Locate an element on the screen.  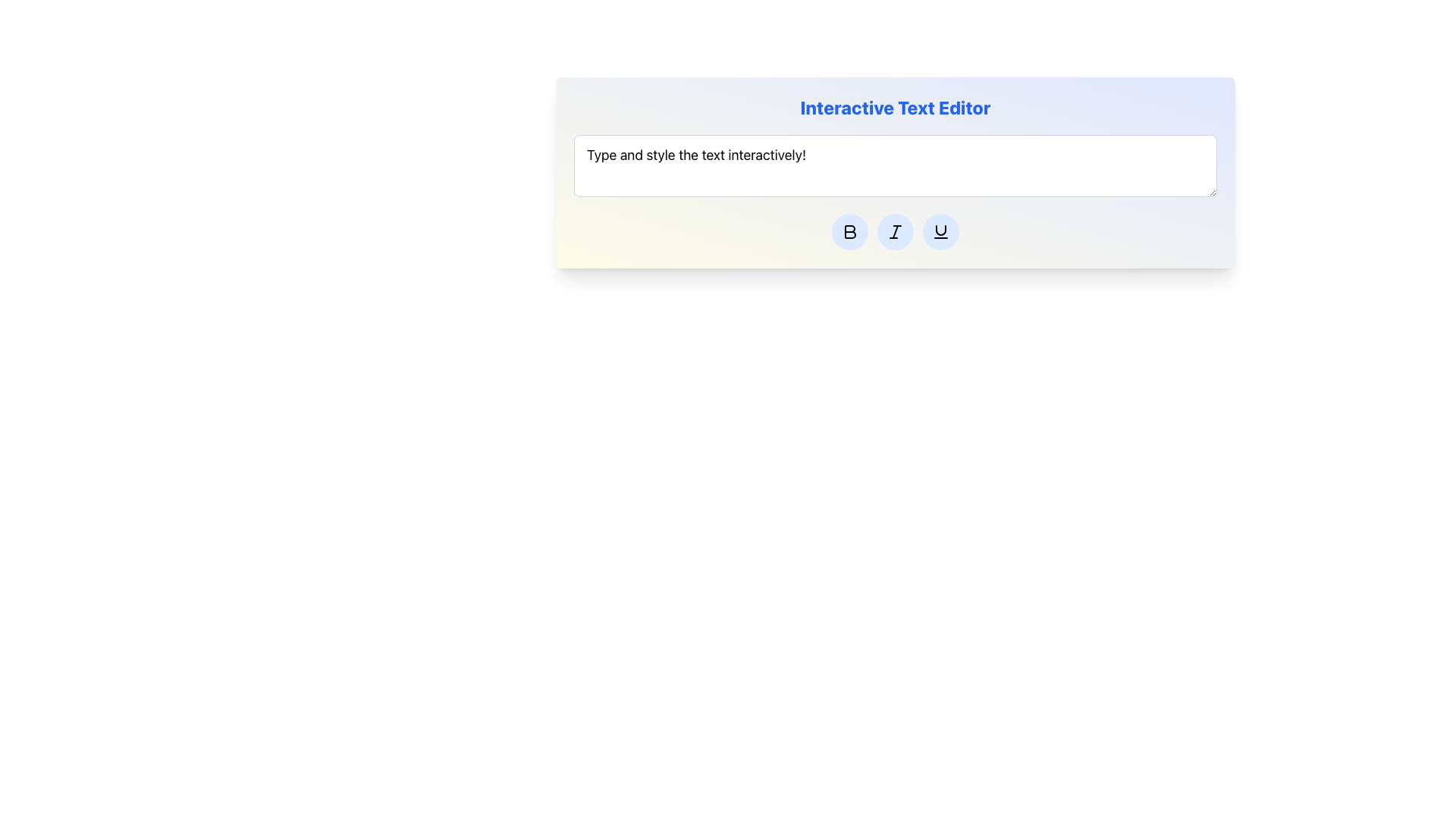
the first button in the row of three buttons below the 'Interactive Text Editor' input box is located at coordinates (850, 231).